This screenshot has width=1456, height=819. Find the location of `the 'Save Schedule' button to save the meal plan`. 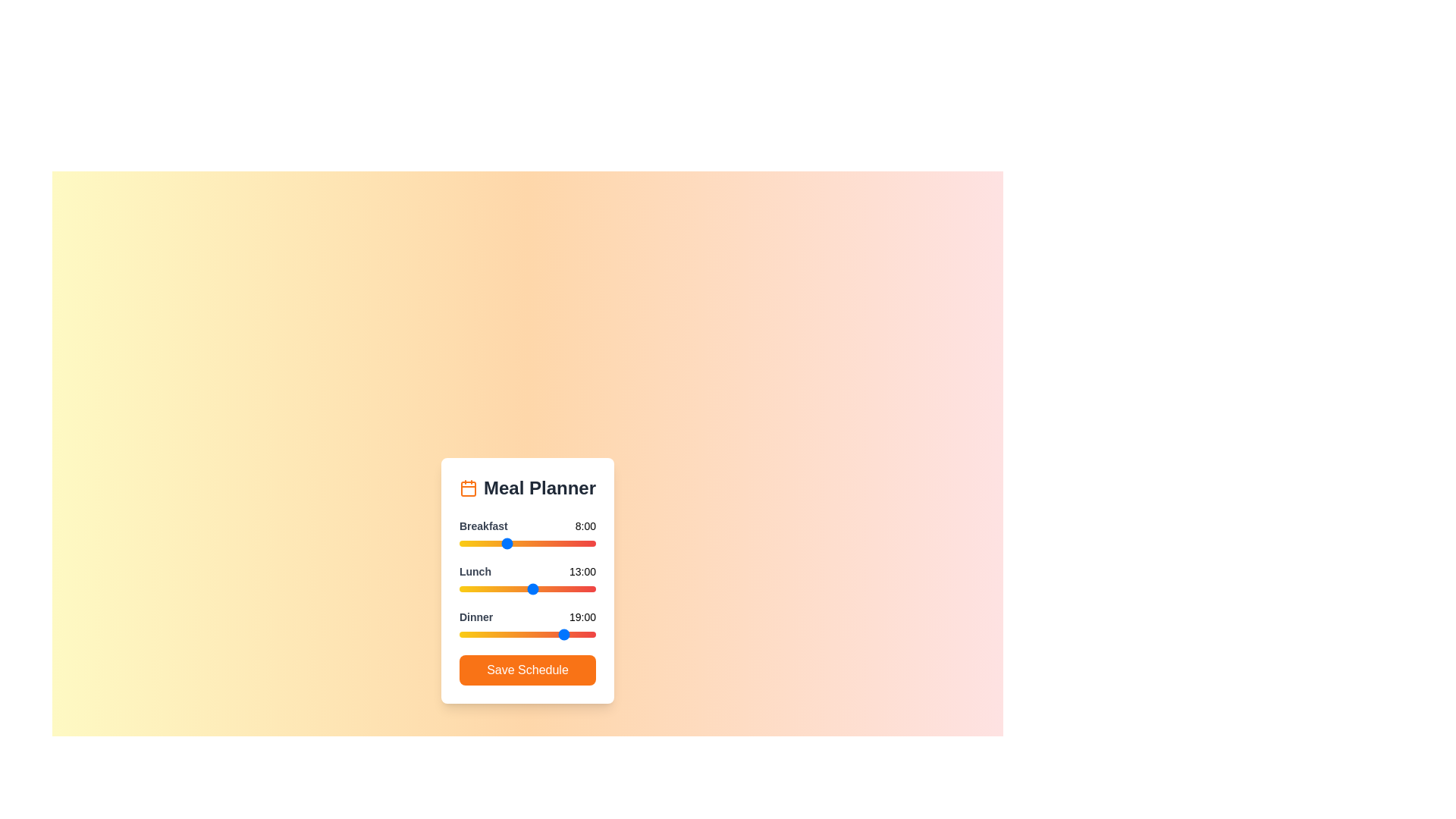

the 'Save Schedule' button to save the meal plan is located at coordinates (528, 669).